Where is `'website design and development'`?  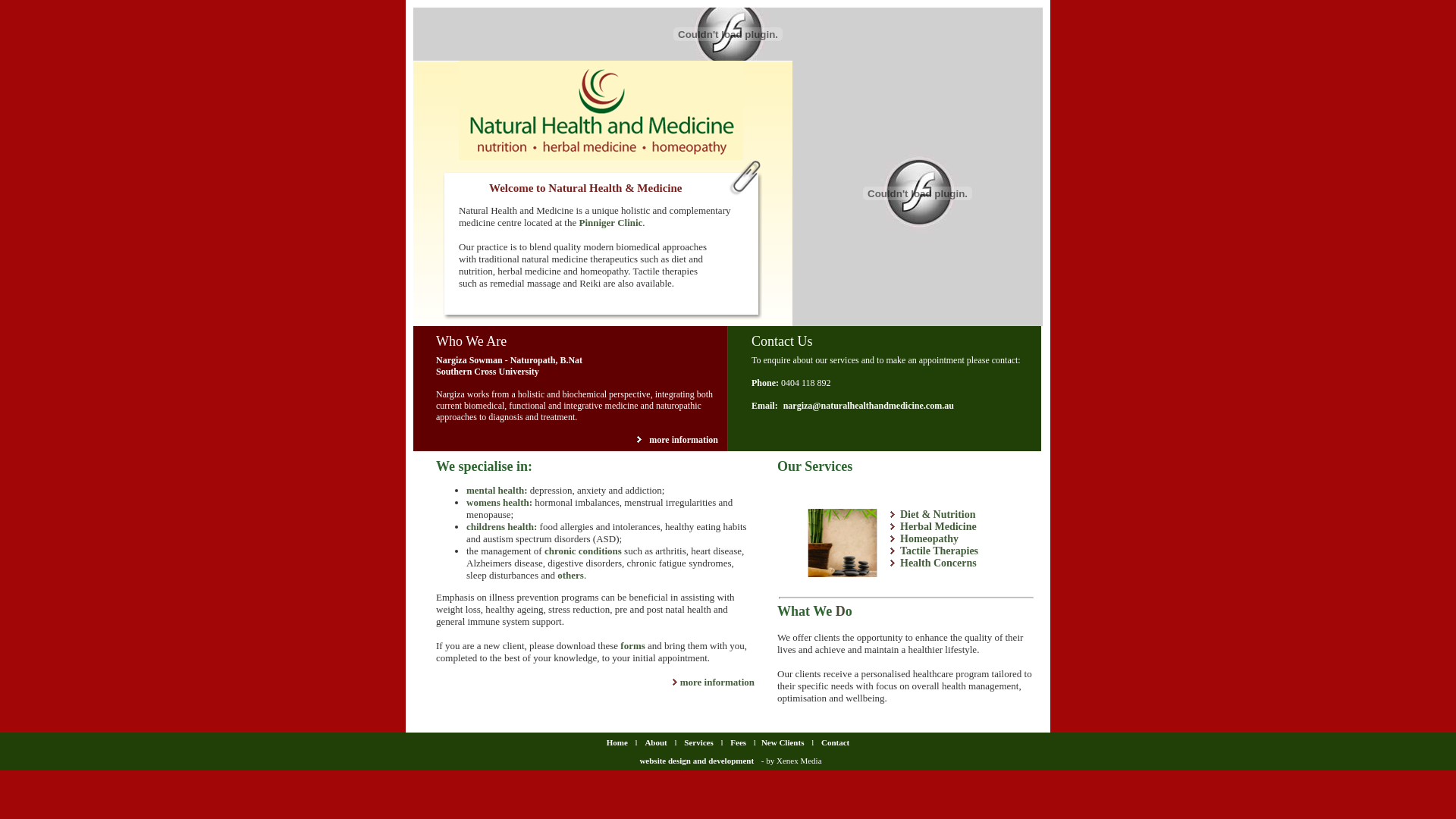 'website design and development' is located at coordinates (695, 760).